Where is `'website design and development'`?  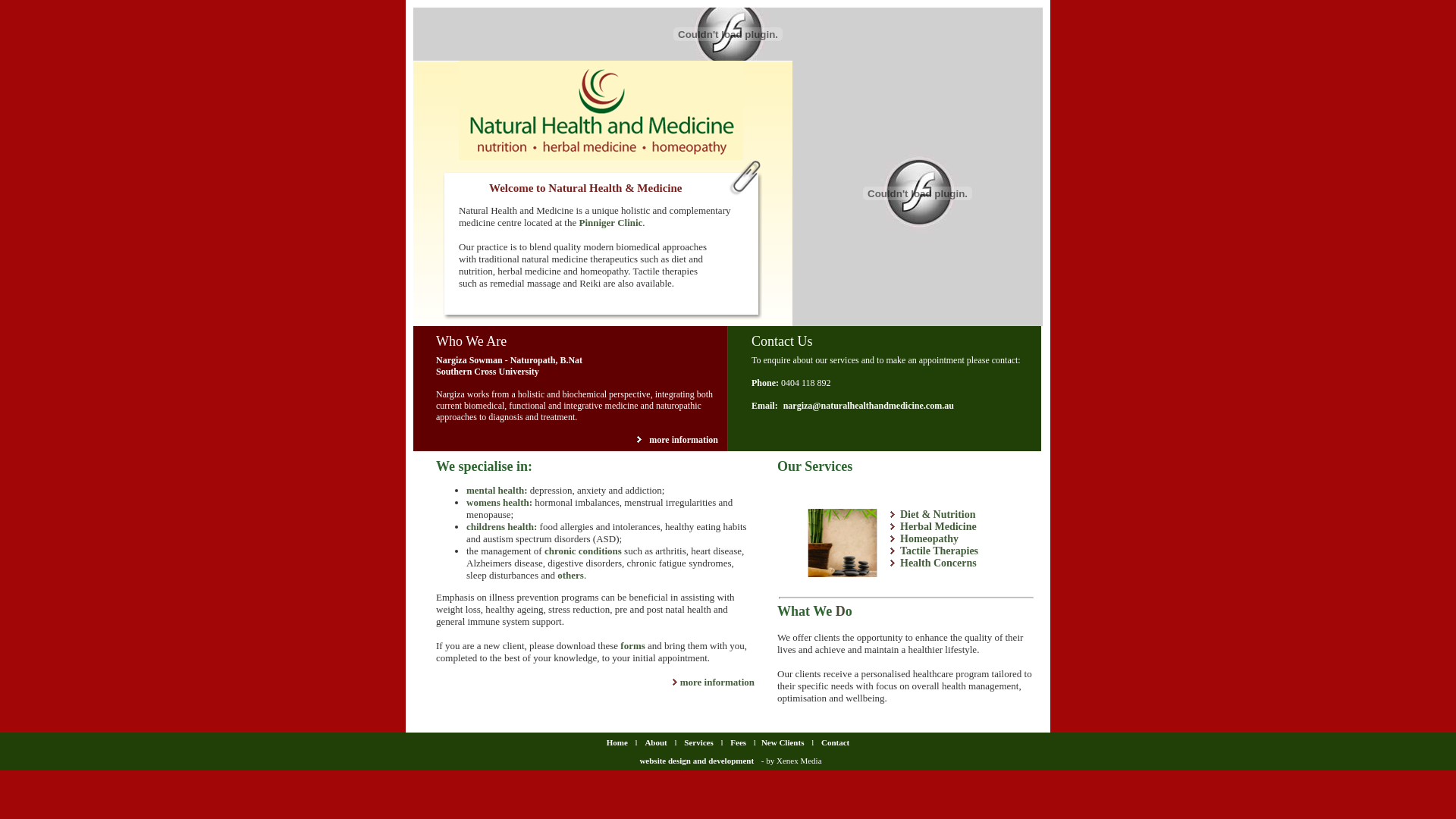 'website design and development' is located at coordinates (695, 760).